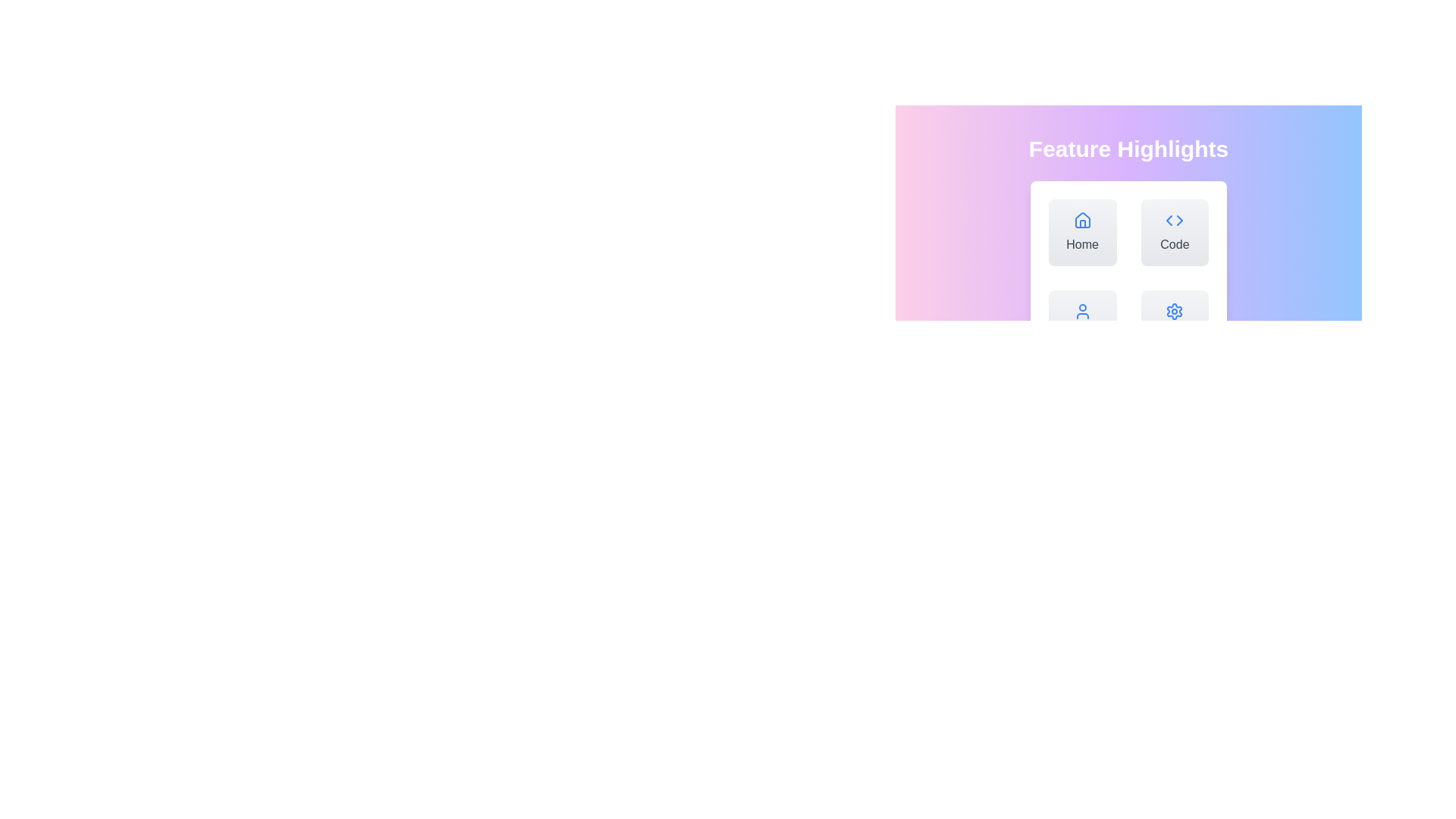  Describe the element at coordinates (1081, 224) in the screenshot. I see `the 'Home' button which contains the house icon and its door element, located at the top-left of the grid layout` at that location.